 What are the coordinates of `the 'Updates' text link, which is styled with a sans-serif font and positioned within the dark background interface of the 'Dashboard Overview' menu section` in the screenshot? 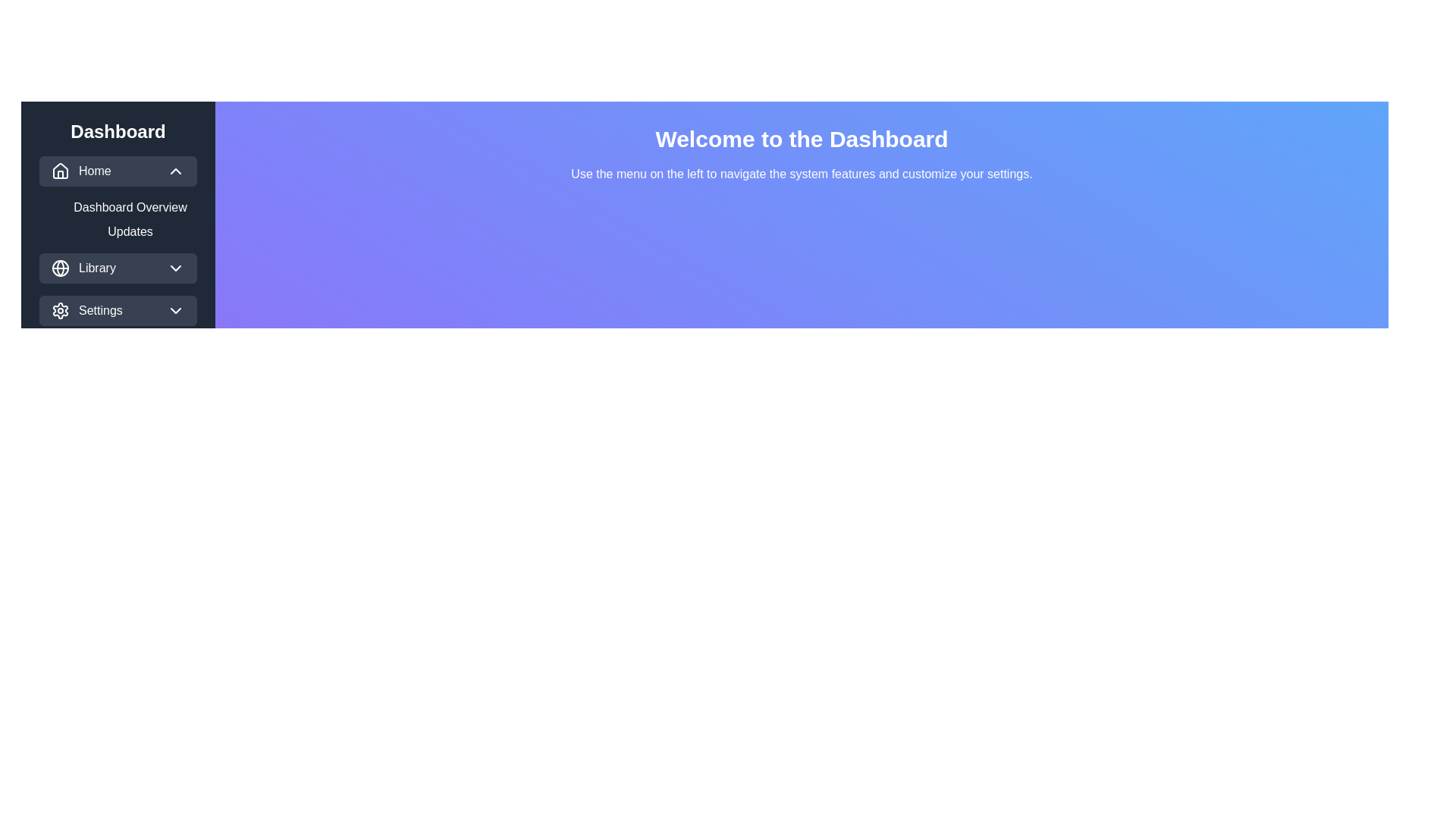 It's located at (130, 231).